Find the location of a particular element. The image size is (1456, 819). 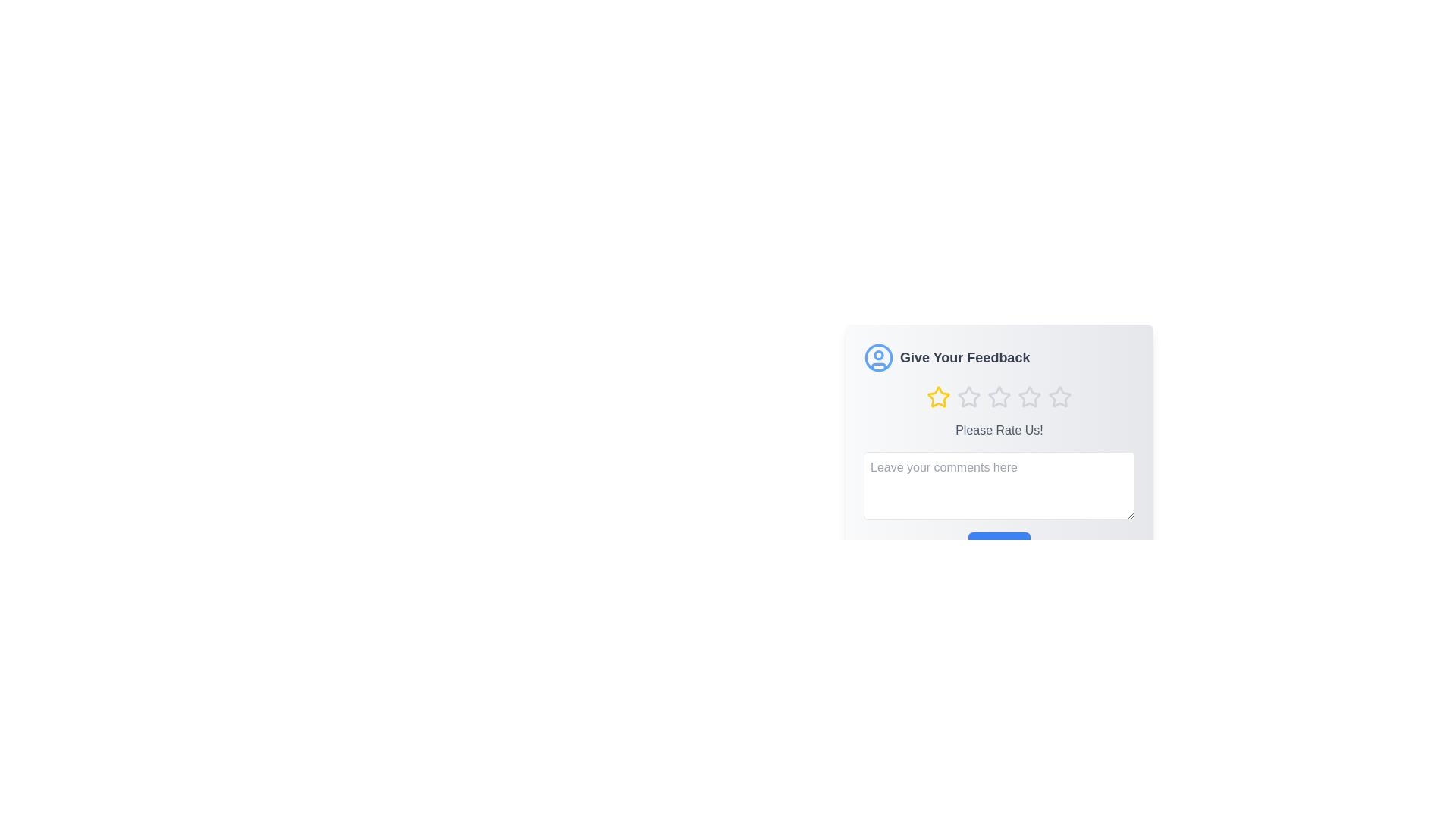

the Rating widget (interactive stars) is located at coordinates (999, 397).